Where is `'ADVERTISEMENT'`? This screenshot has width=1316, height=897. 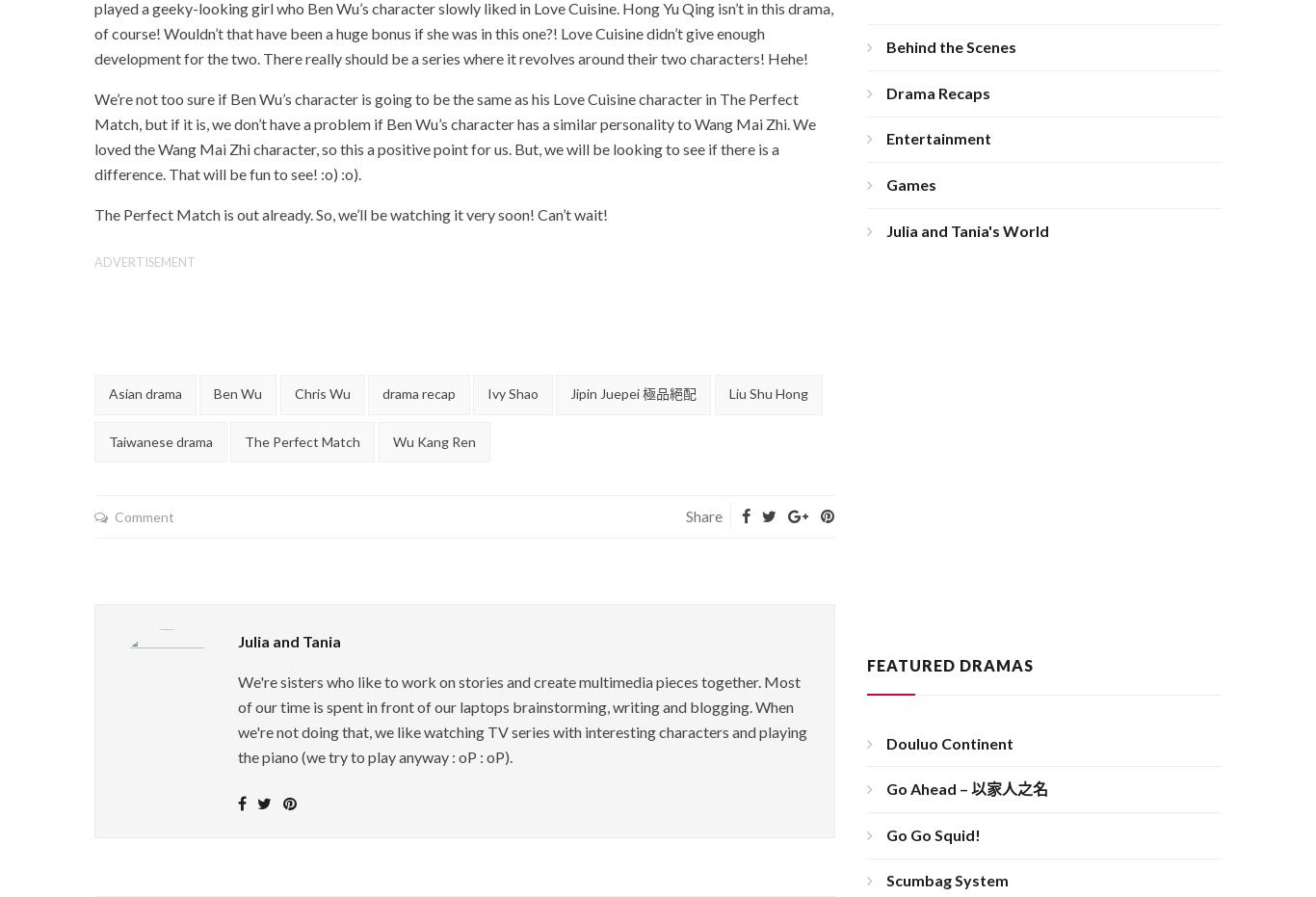
'ADVERTISEMENT' is located at coordinates (144, 260).